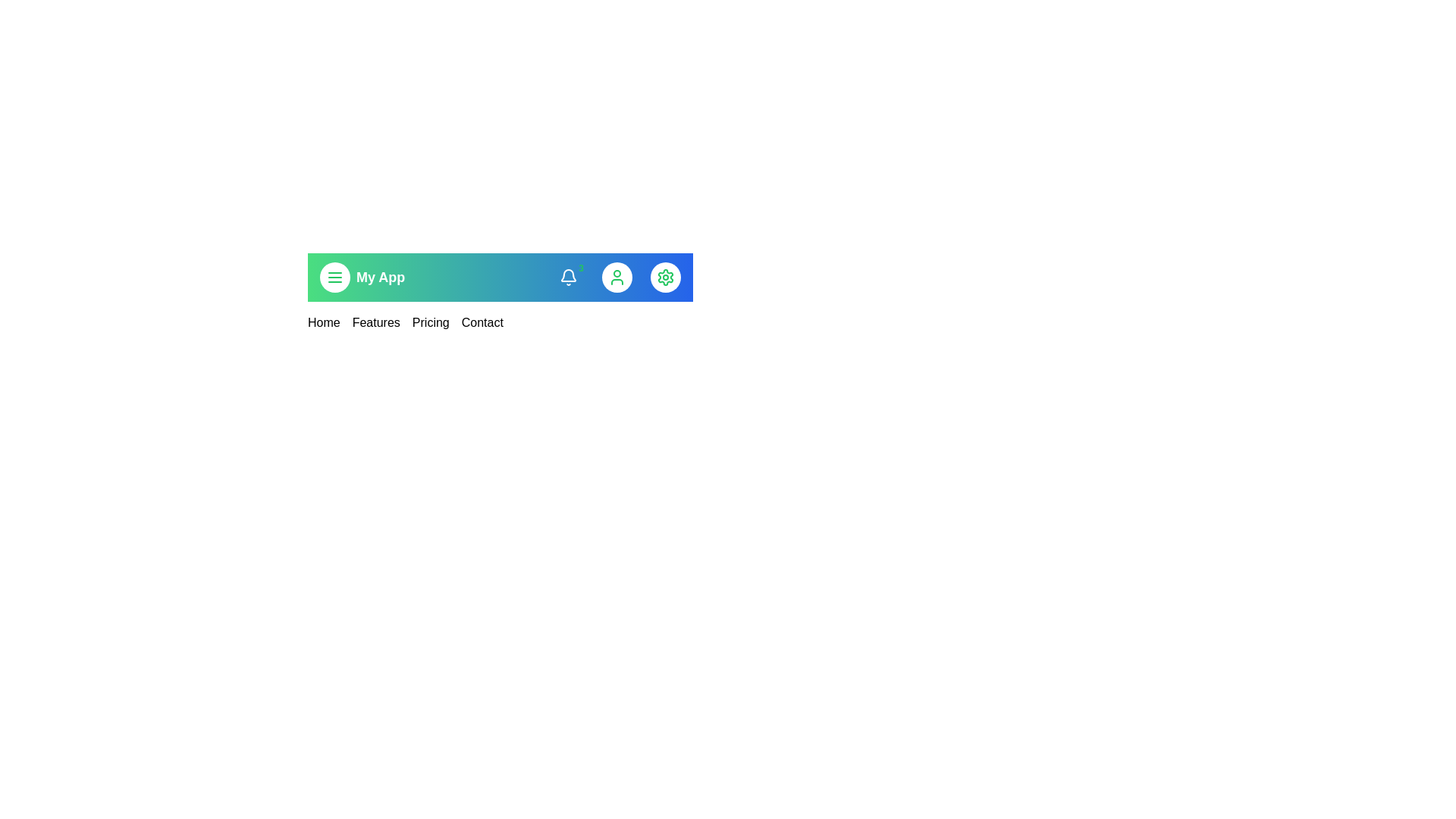 The image size is (1456, 819). Describe the element at coordinates (334, 278) in the screenshot. I see `menu button to toggle the menu visibility` at that location.